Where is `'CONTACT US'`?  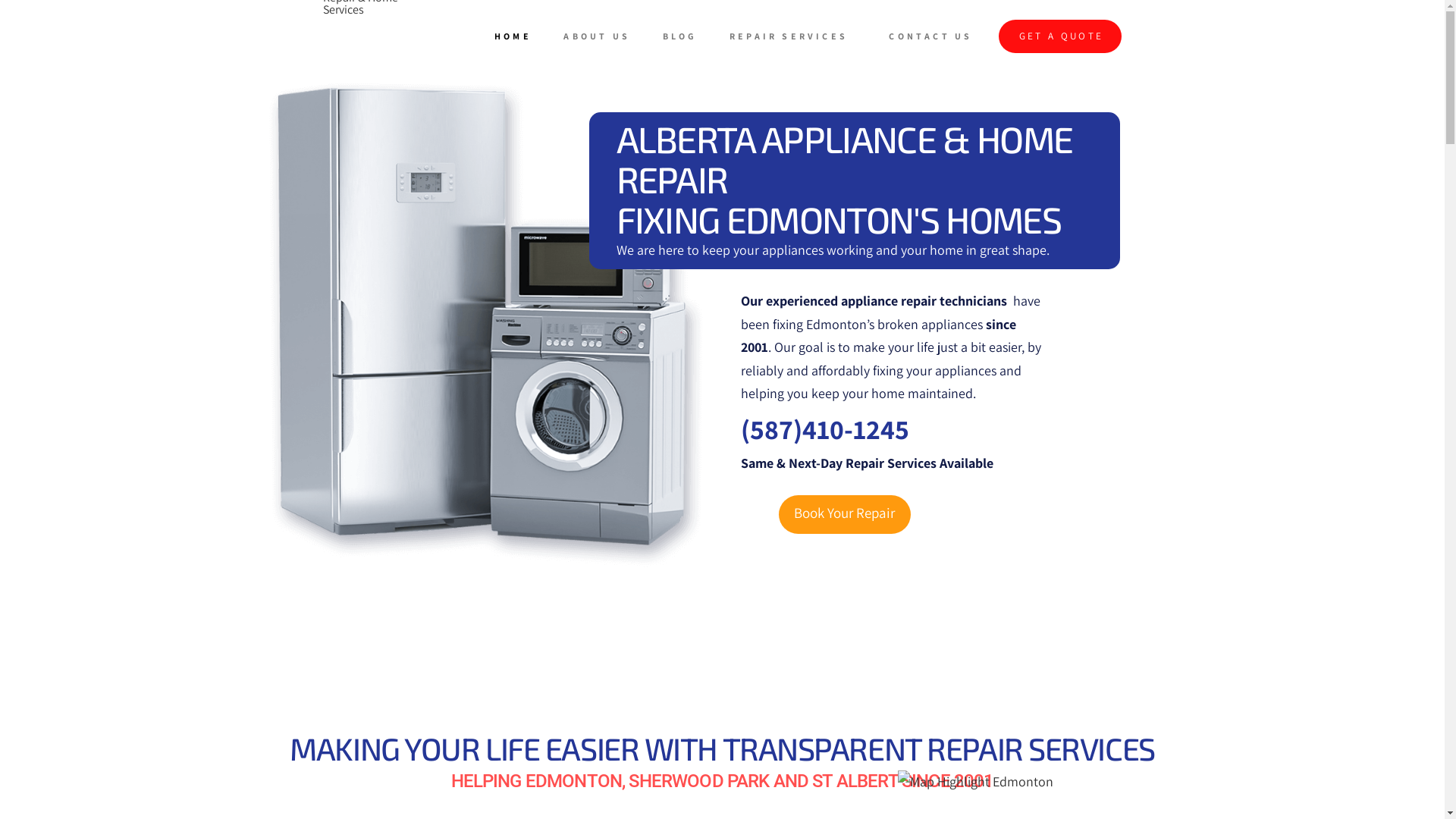 'CONTACT US' is located at coordinates (933, 35).